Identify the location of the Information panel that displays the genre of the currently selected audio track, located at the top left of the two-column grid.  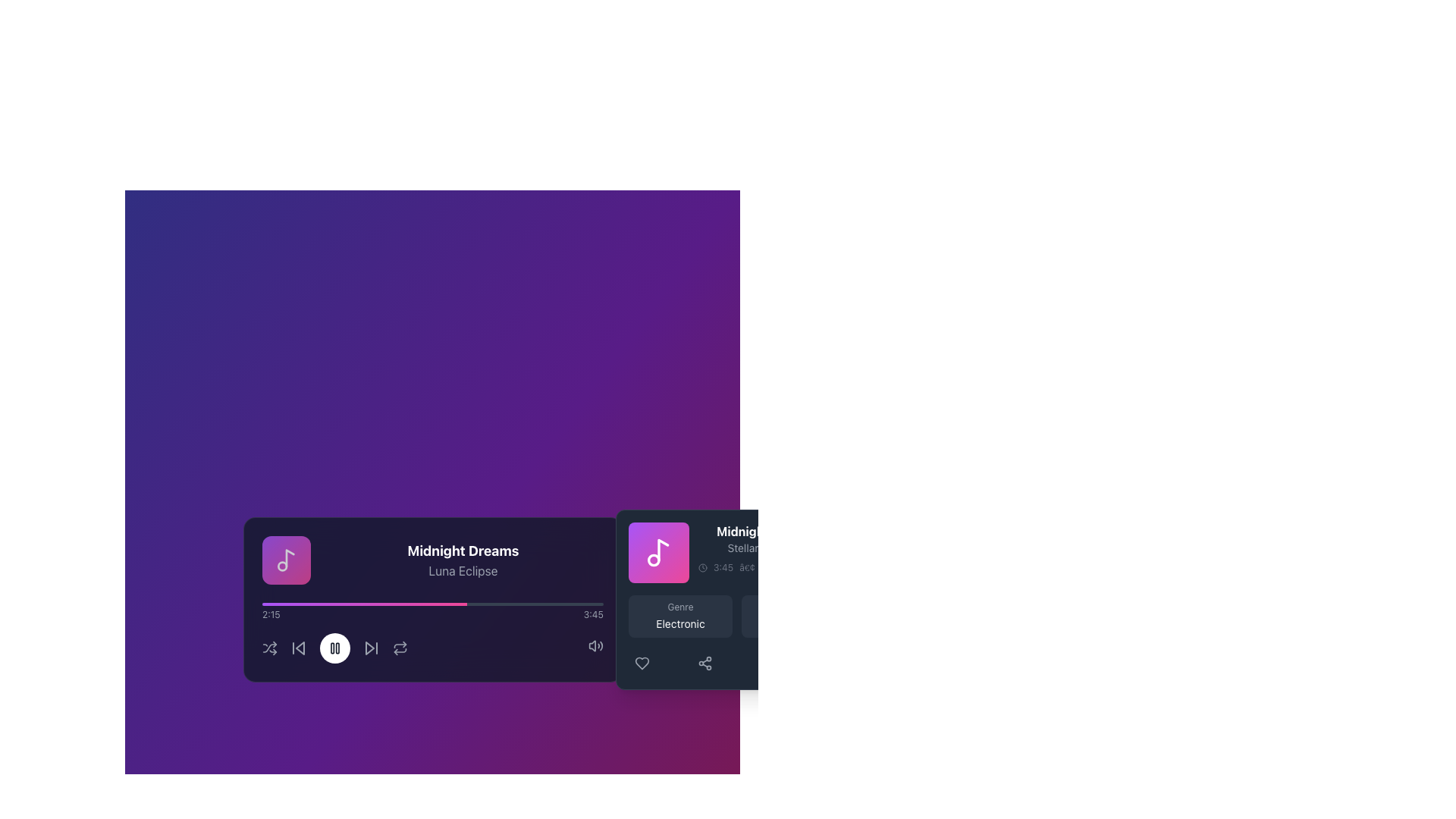
(679, 617).